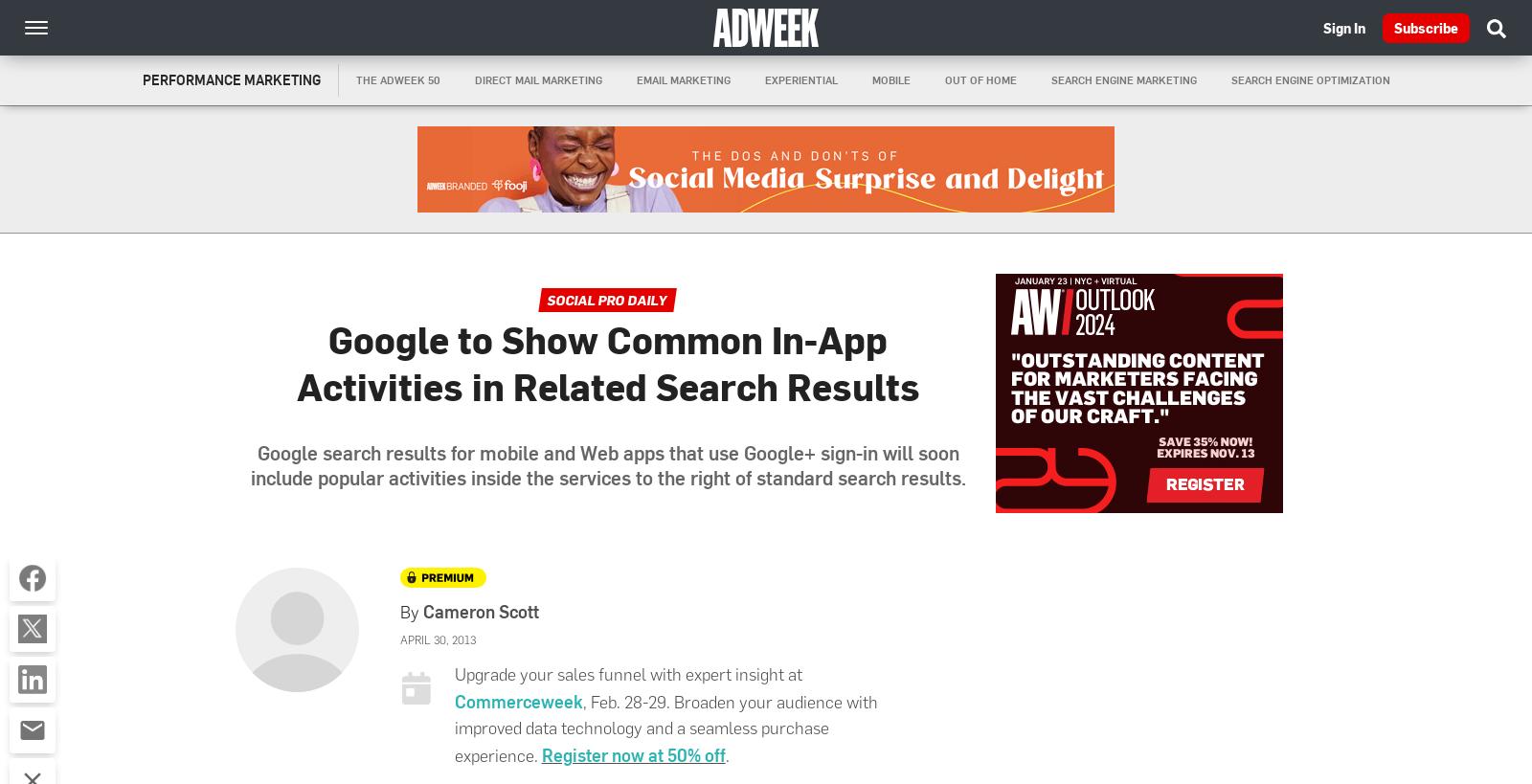 This screenshot has width=1532, height=784. I want to click on 'Sign In', so click(1343, 26).